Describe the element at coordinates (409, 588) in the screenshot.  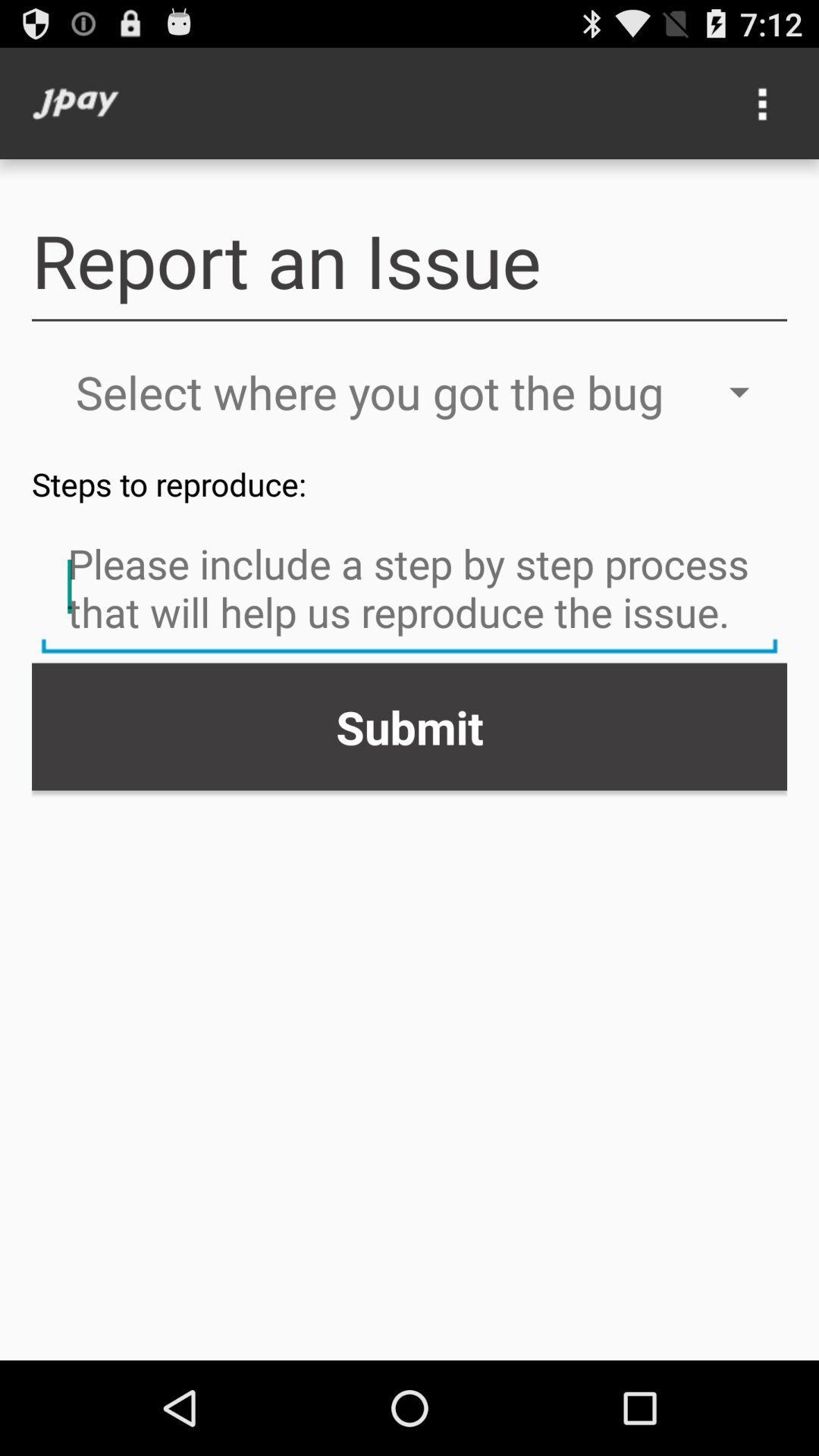
I see `type here` at that location.